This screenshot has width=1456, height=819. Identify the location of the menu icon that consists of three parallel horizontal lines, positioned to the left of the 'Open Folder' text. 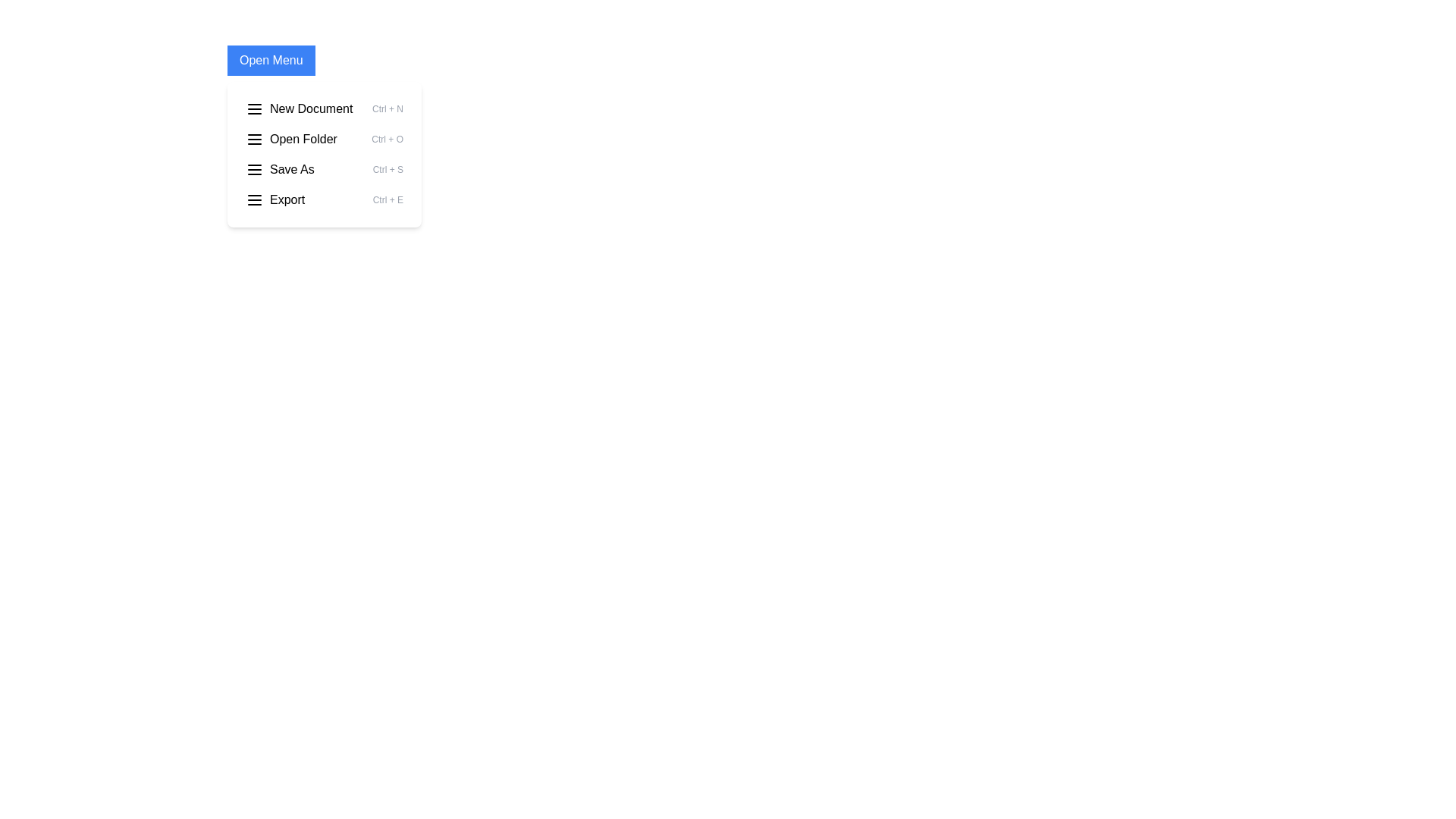
(255, 140).